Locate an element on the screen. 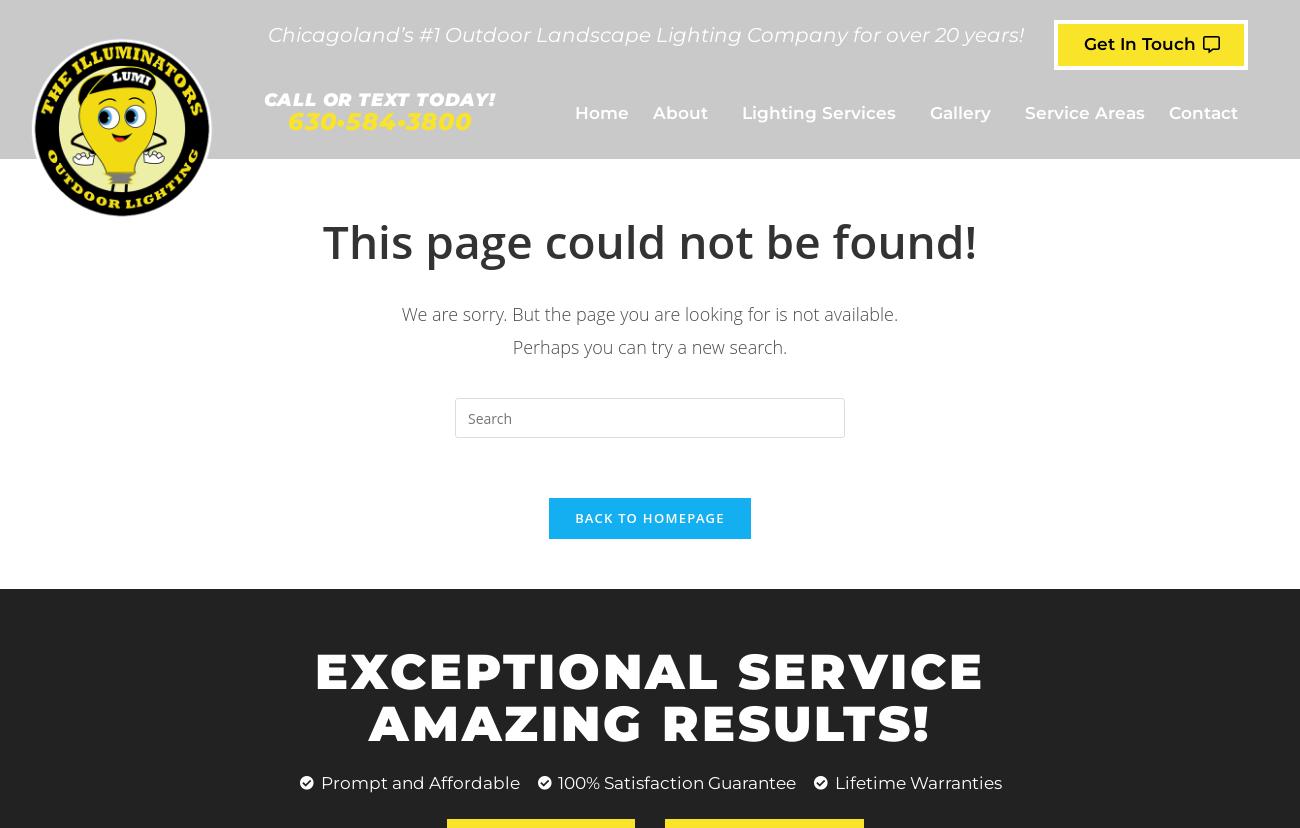 The width and height of the screenshot is (1300, 828). 'Contact' is located at coordinates (1202, 111).